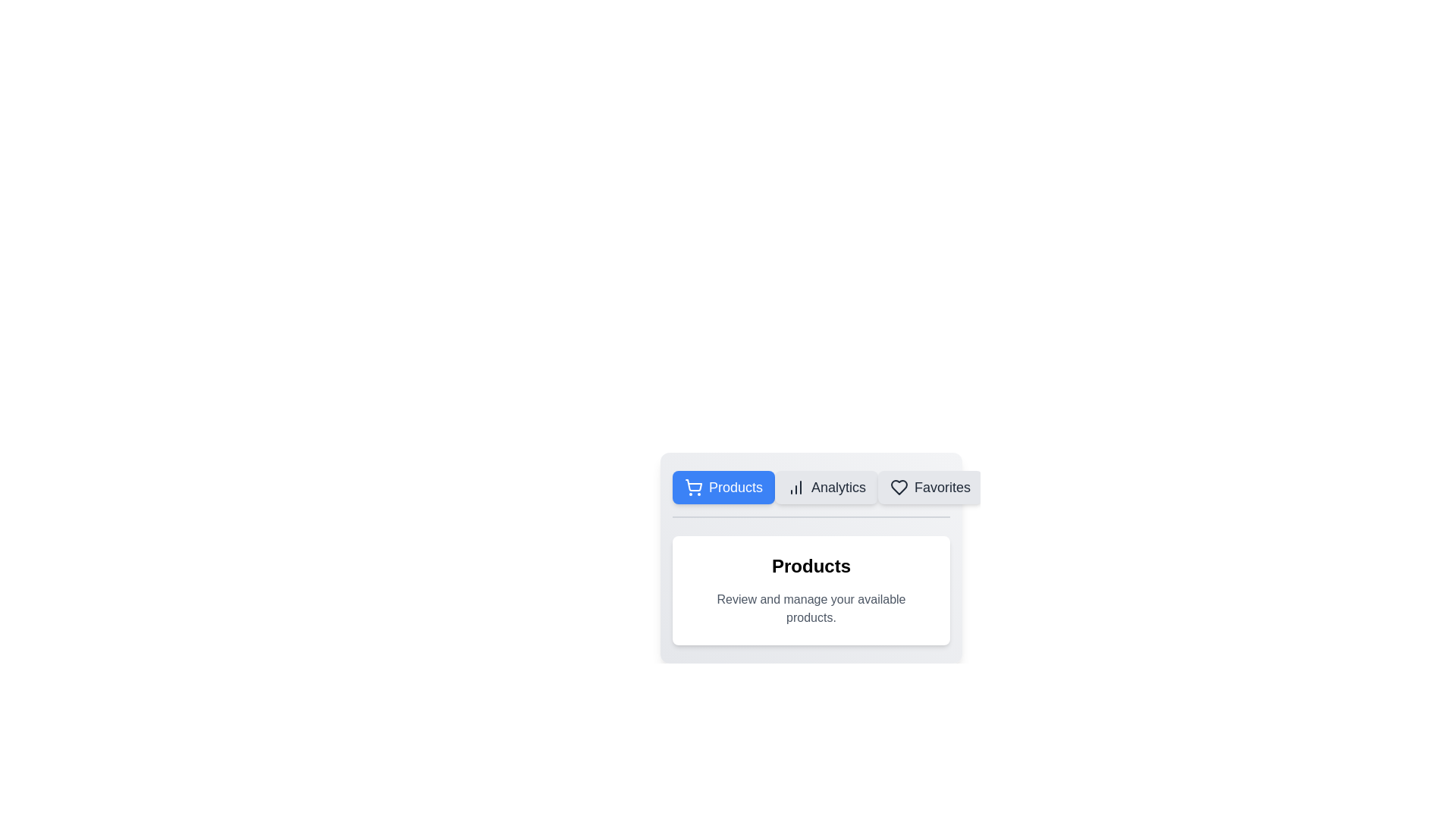  Describe the element at coordinates (899, 488) in the screenshot. I see `the favorites icon located in the menu bar at the top of the content card, which represents a favorites or like feature` at that location.